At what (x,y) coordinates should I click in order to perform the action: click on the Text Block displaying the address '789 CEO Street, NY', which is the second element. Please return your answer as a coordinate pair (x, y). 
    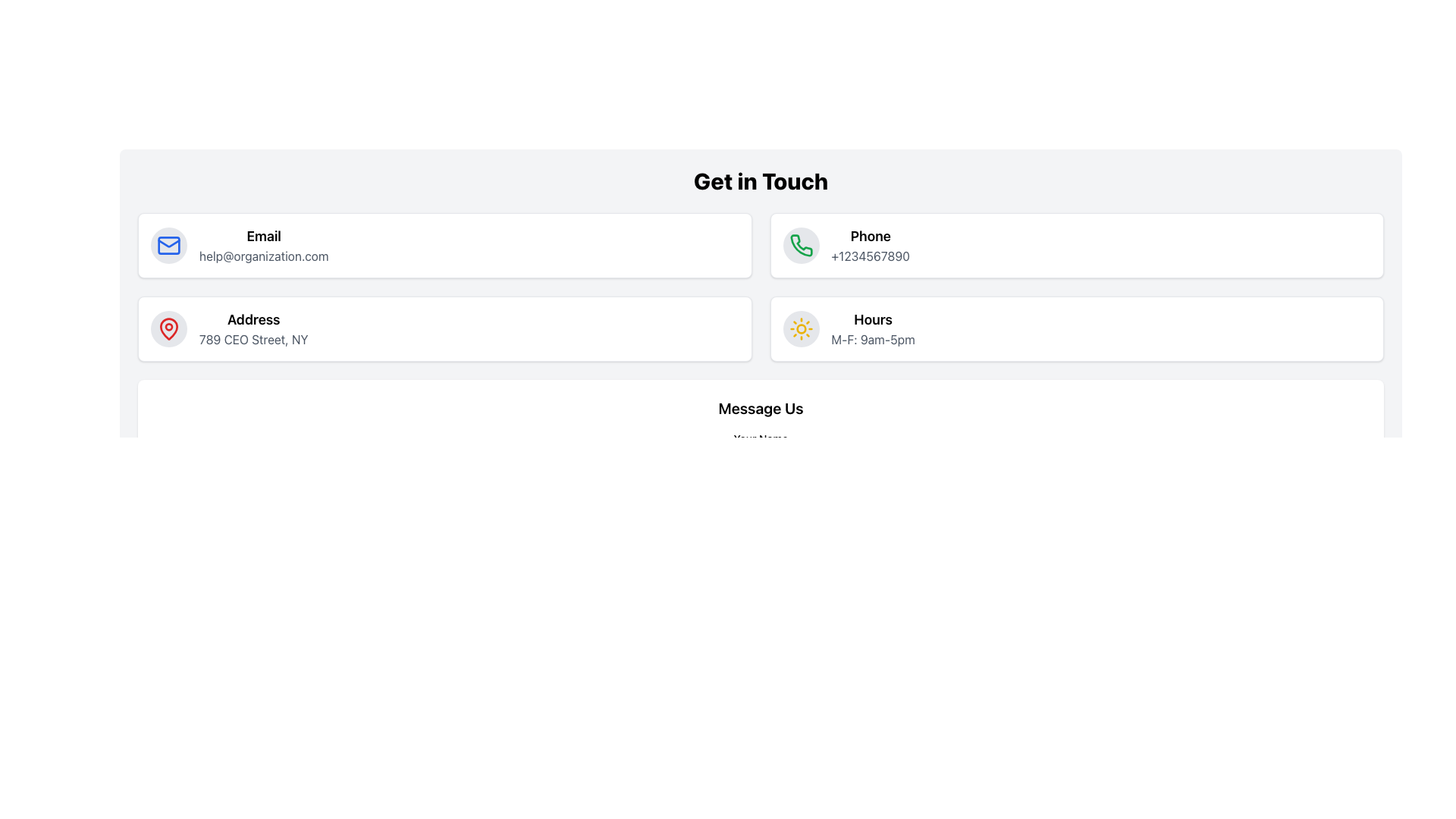
    Looking at the image, I should click on (253, 328).